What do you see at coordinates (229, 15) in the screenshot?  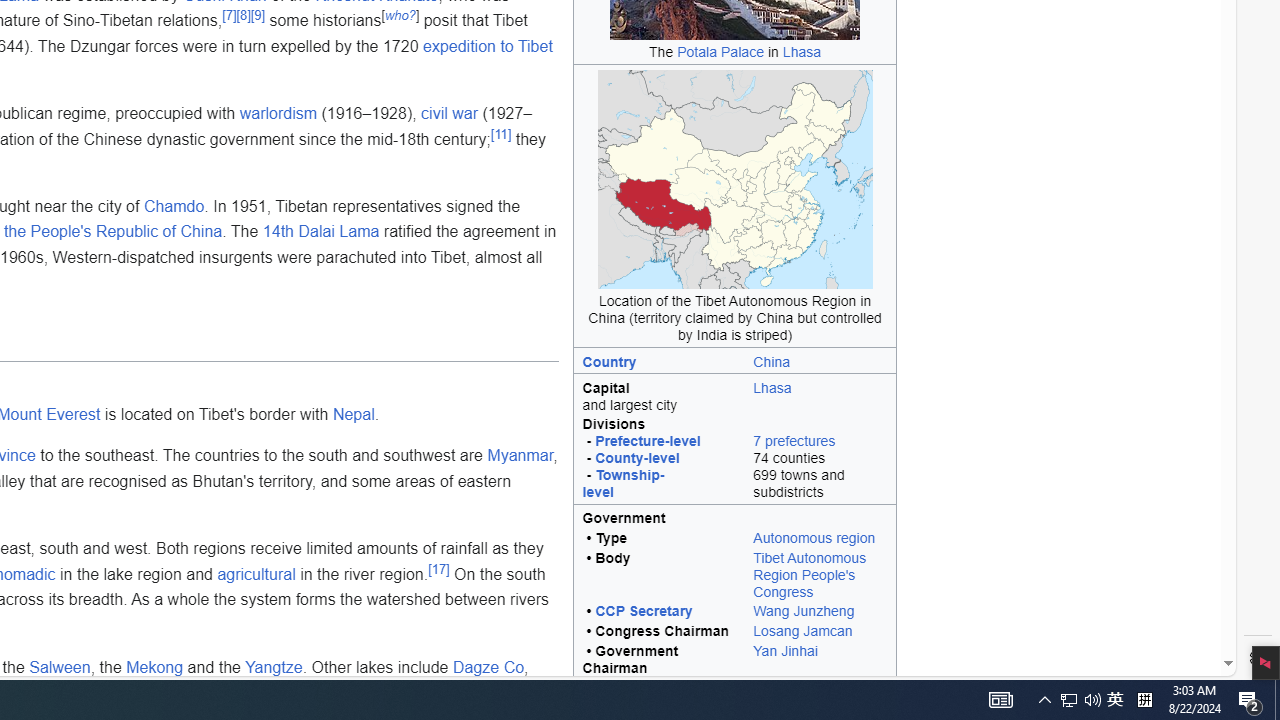 I see `'[7]'` at bounding box center [229, 15].